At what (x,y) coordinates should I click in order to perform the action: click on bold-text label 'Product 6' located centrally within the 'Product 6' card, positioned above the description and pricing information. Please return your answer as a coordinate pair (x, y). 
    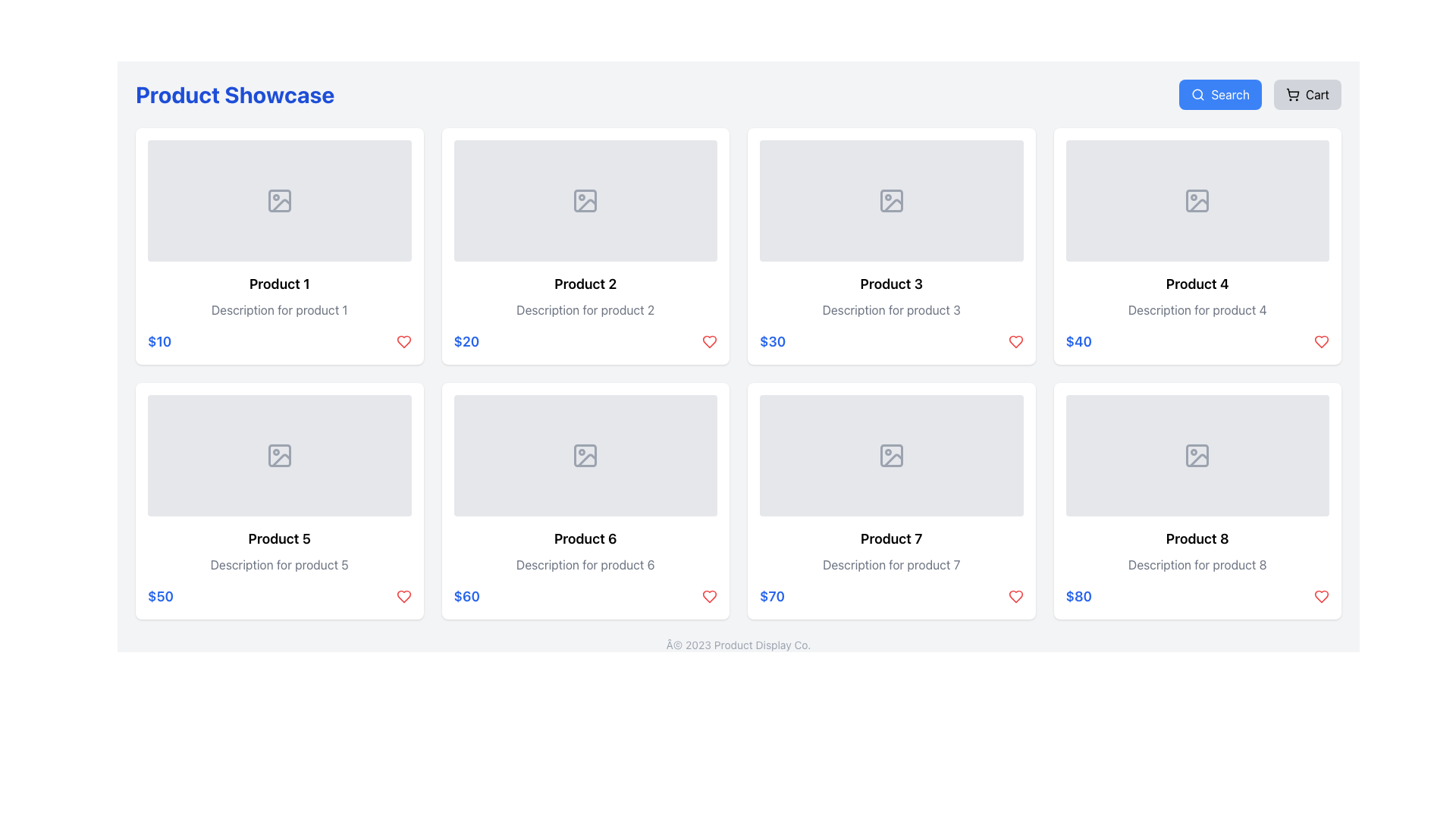
    Looking at the image, I should click on (585, 538).